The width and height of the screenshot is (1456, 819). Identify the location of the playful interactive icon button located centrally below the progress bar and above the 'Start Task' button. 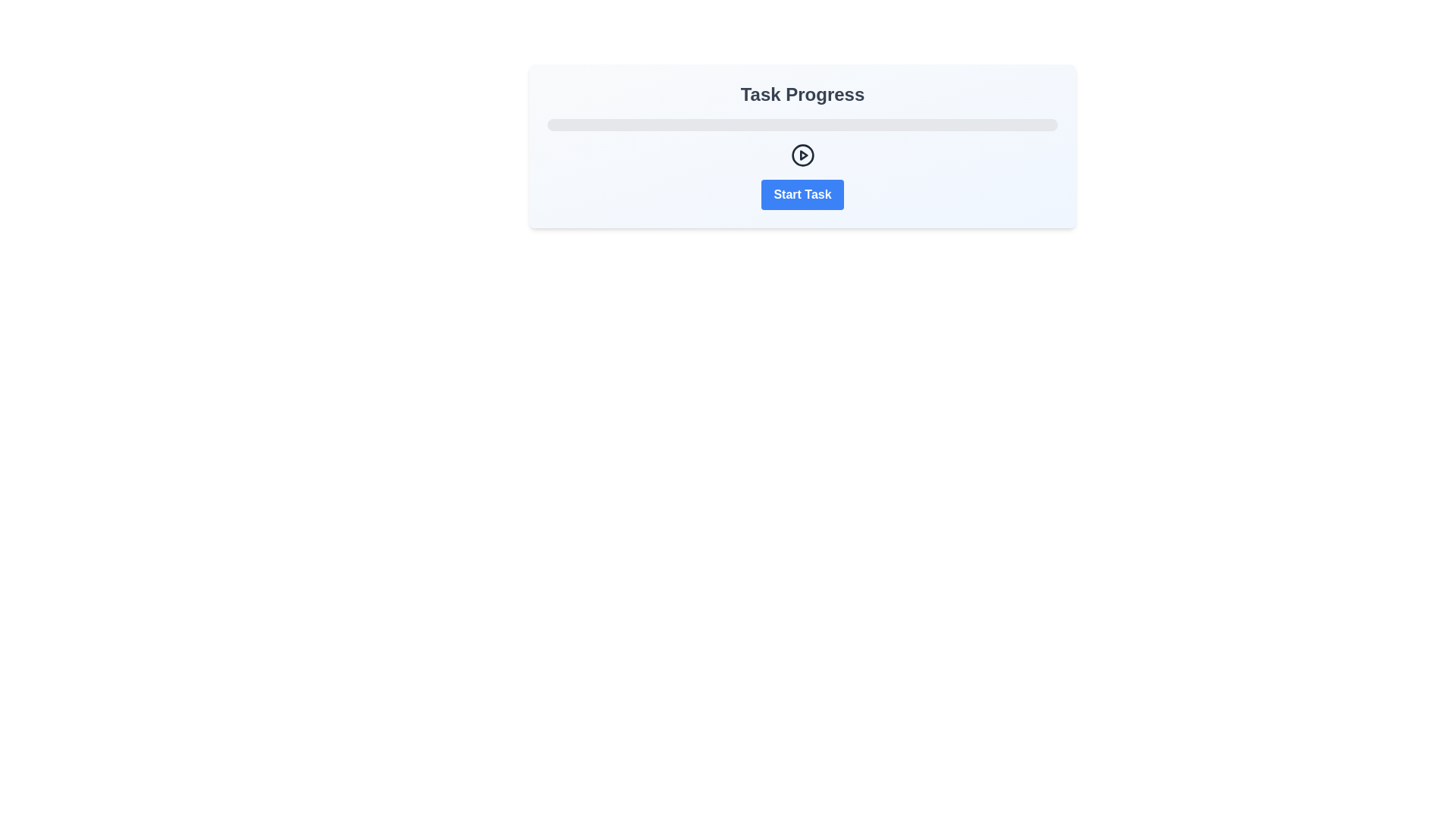
(802, 155).